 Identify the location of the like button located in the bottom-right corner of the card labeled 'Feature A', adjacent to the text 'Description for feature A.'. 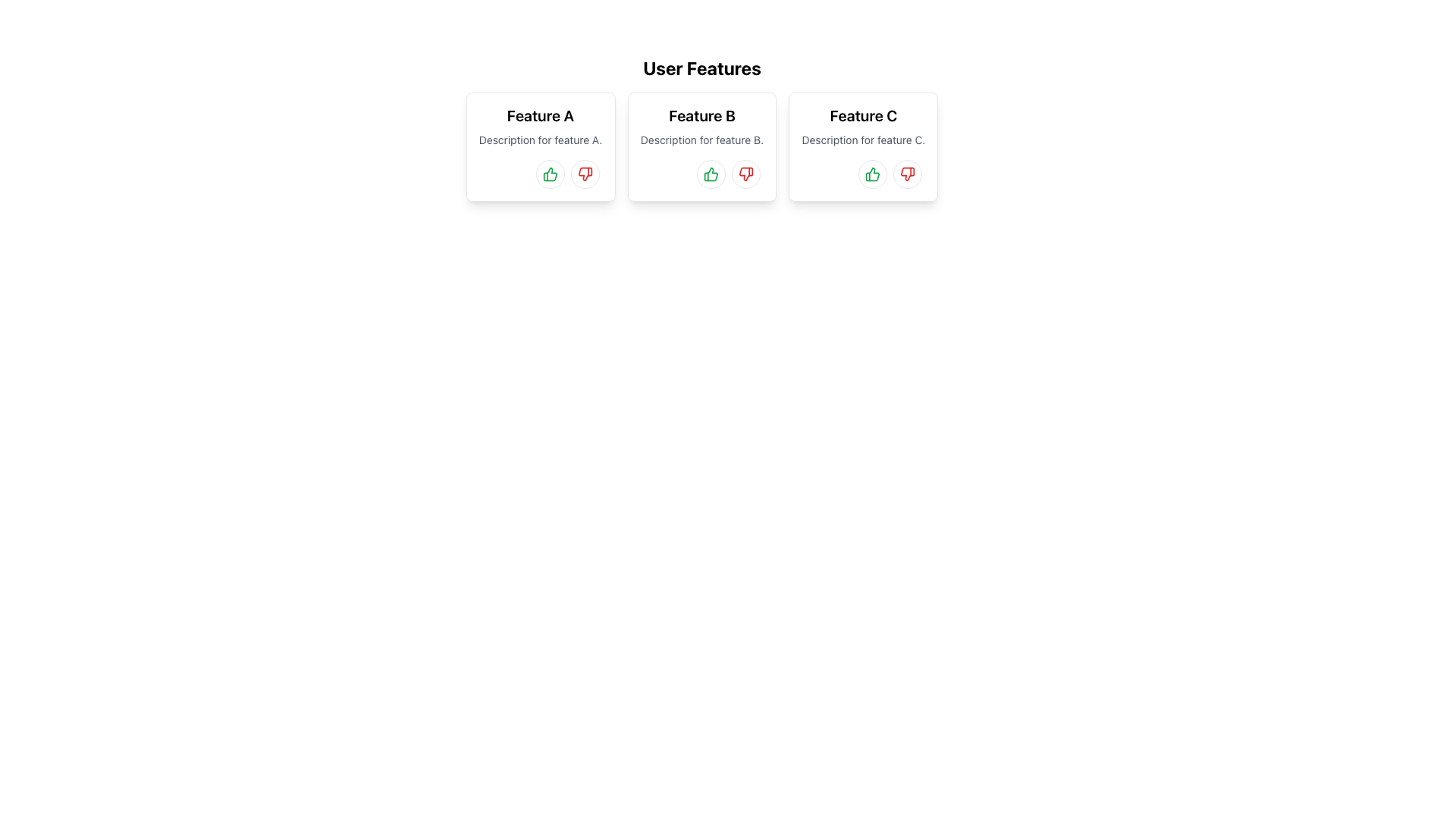
(541, 174).